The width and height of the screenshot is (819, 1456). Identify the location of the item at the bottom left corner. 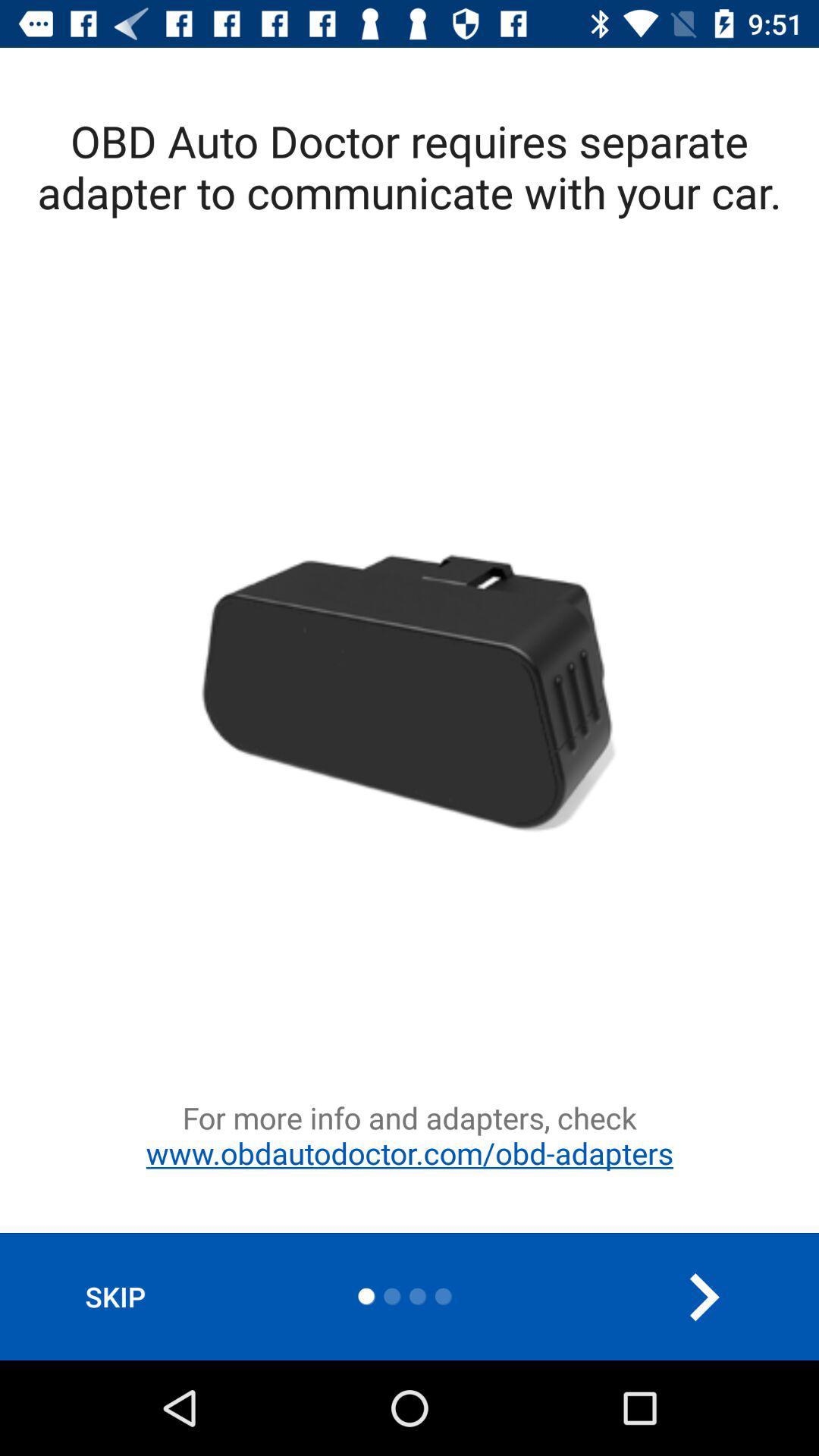
(115, 1296).